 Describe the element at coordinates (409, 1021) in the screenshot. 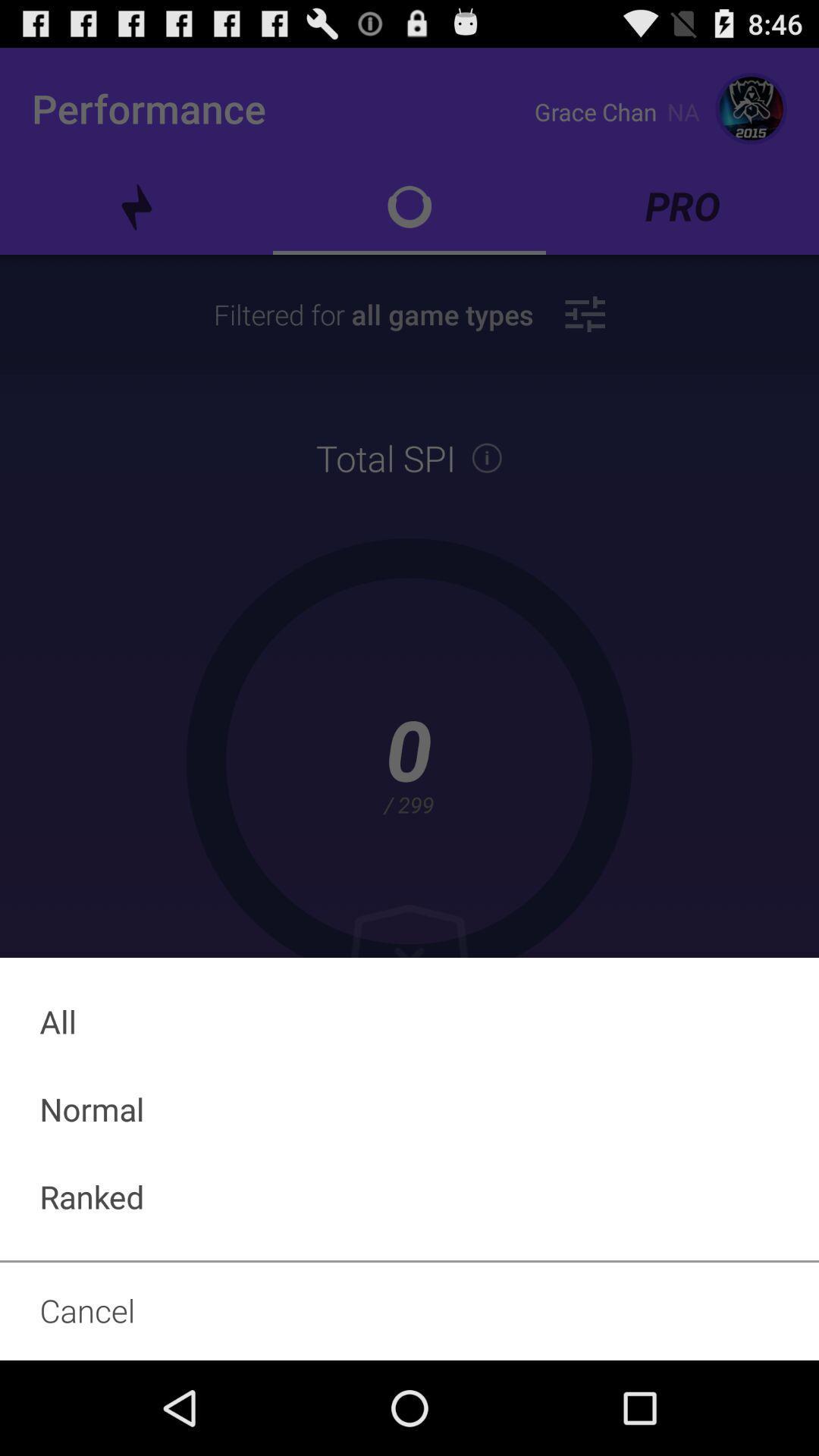

I see `the item above the normal icon` at that location.